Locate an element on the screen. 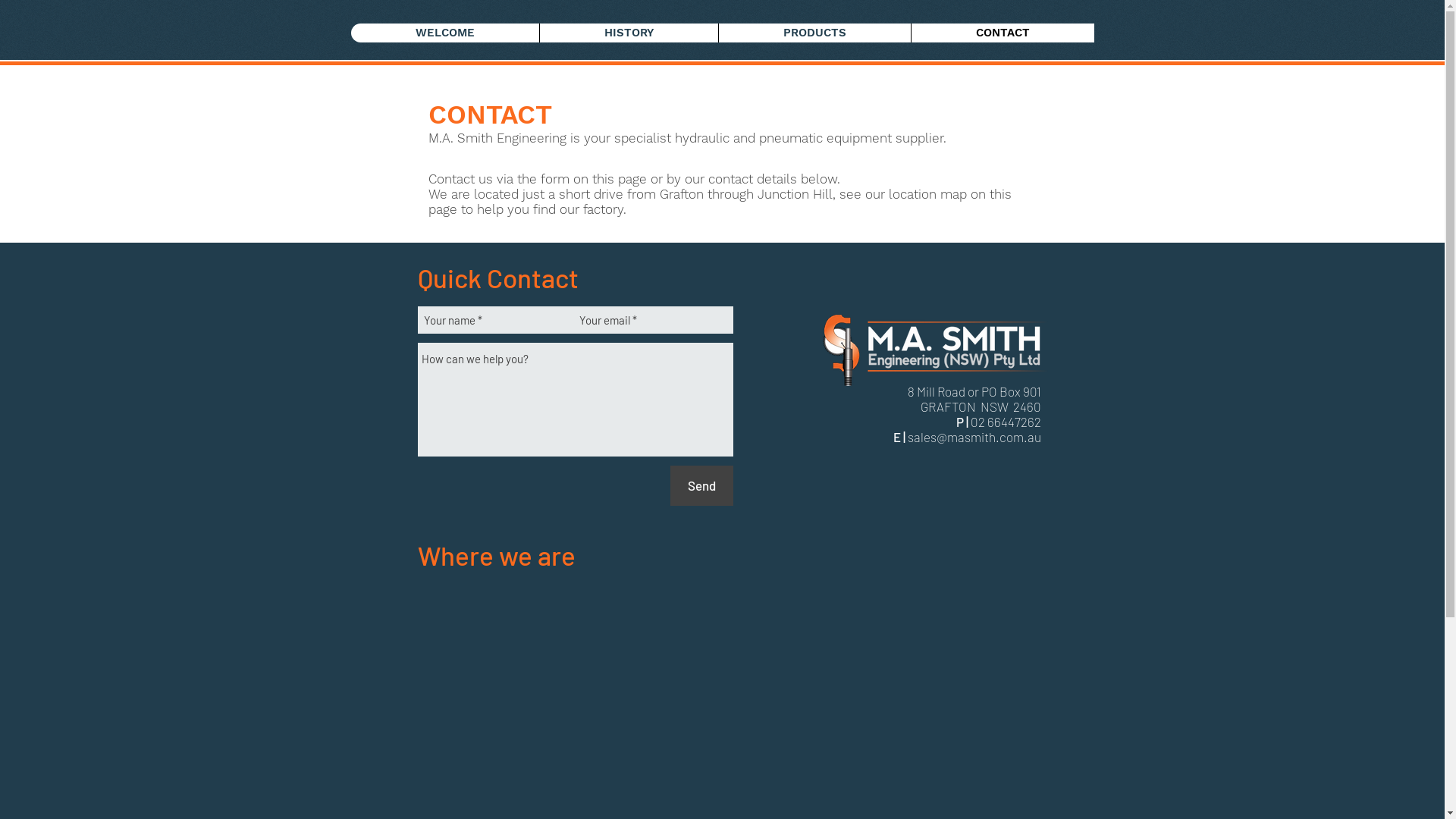 The height and width of the screenshot is (819, 1456). 'CONTACT' is located at coordinates (910, 33).